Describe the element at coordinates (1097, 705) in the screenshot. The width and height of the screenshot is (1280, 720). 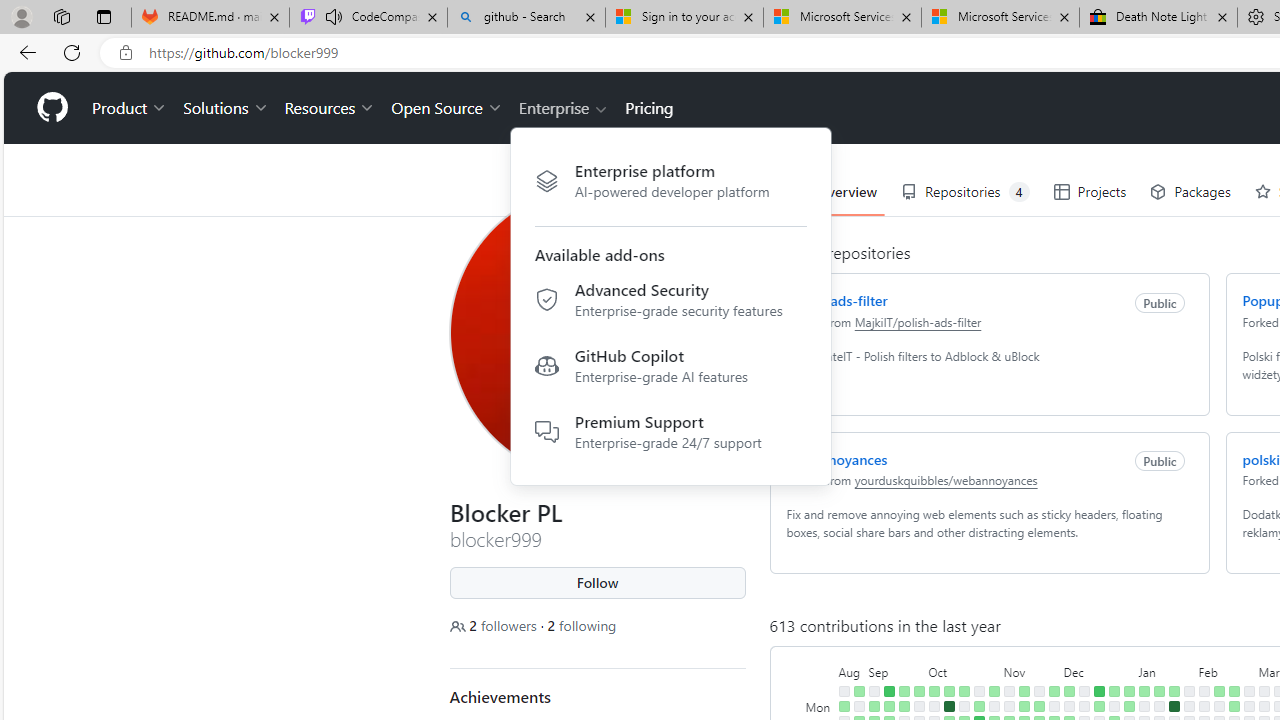
I see `'3 contributions on December 18th.'` at that location.